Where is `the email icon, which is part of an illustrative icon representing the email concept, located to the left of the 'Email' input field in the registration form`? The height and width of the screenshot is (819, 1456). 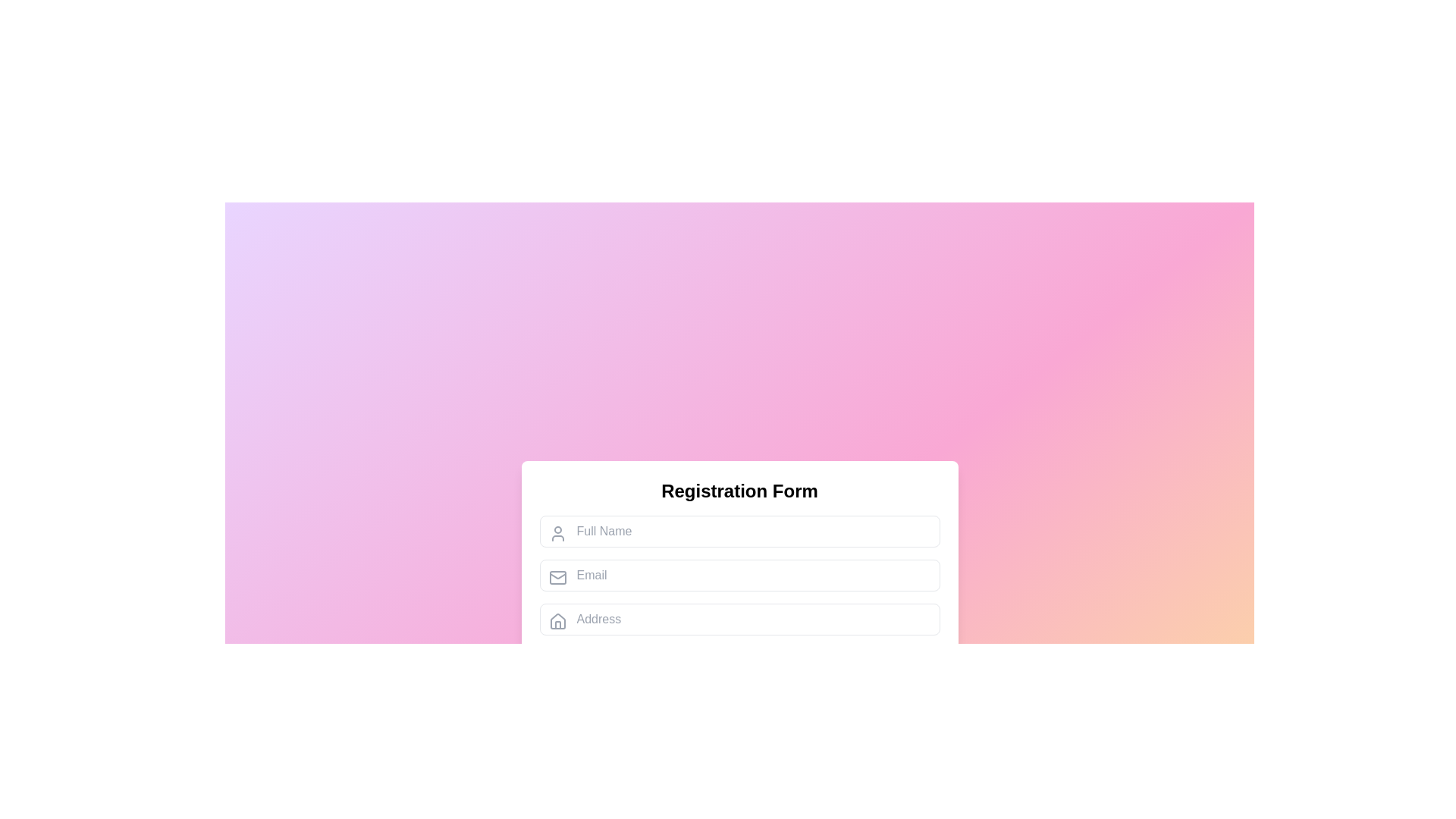
the email icon, which is part of an illustrative icon representing the email concept, located to the left of the 'Email' input field in the registration form is located at coordinates (557, 577).